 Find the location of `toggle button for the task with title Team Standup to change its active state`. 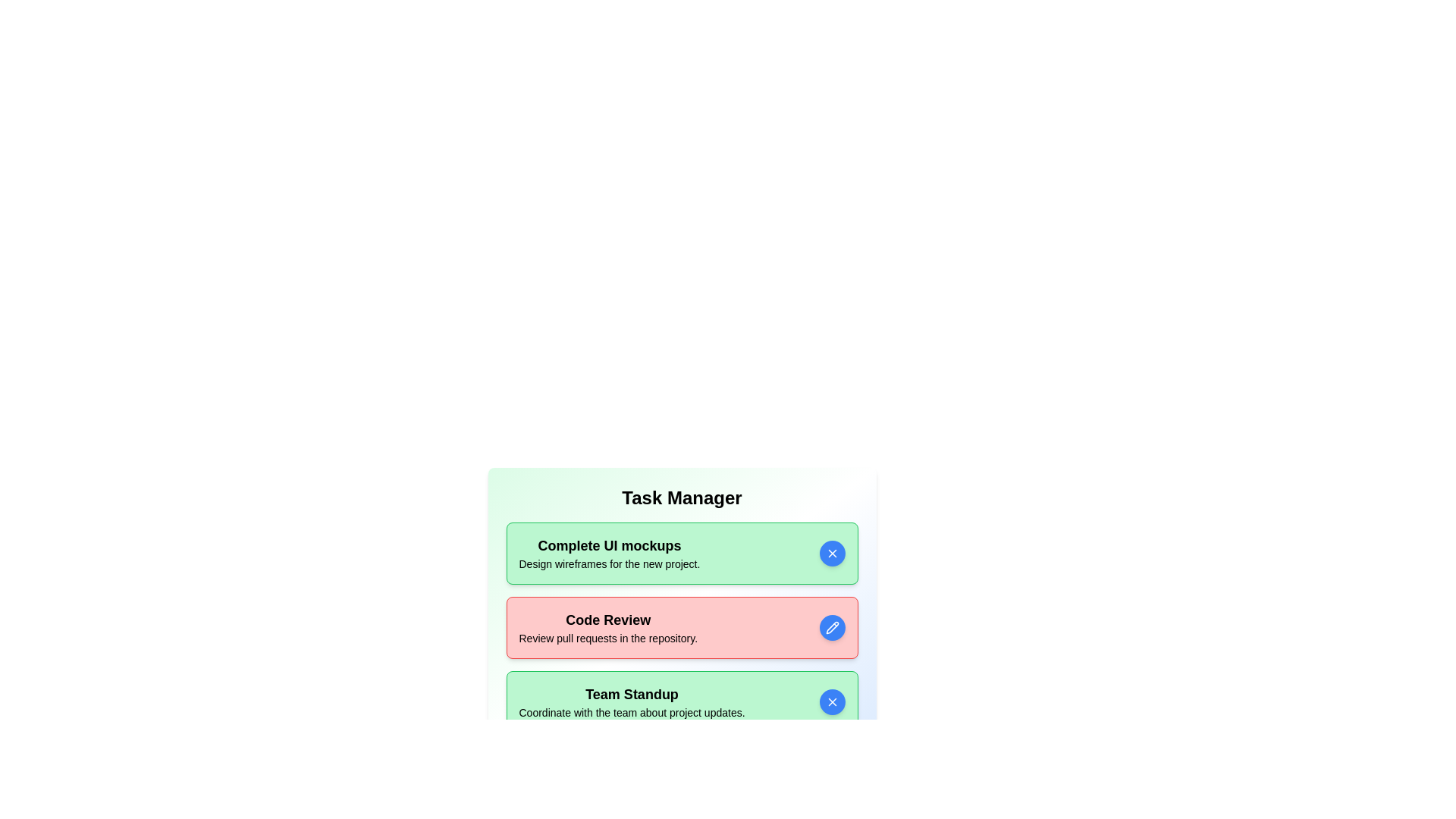

toggle button for the task with title Team Standup to change its active state is located at coordinates (831, 701).